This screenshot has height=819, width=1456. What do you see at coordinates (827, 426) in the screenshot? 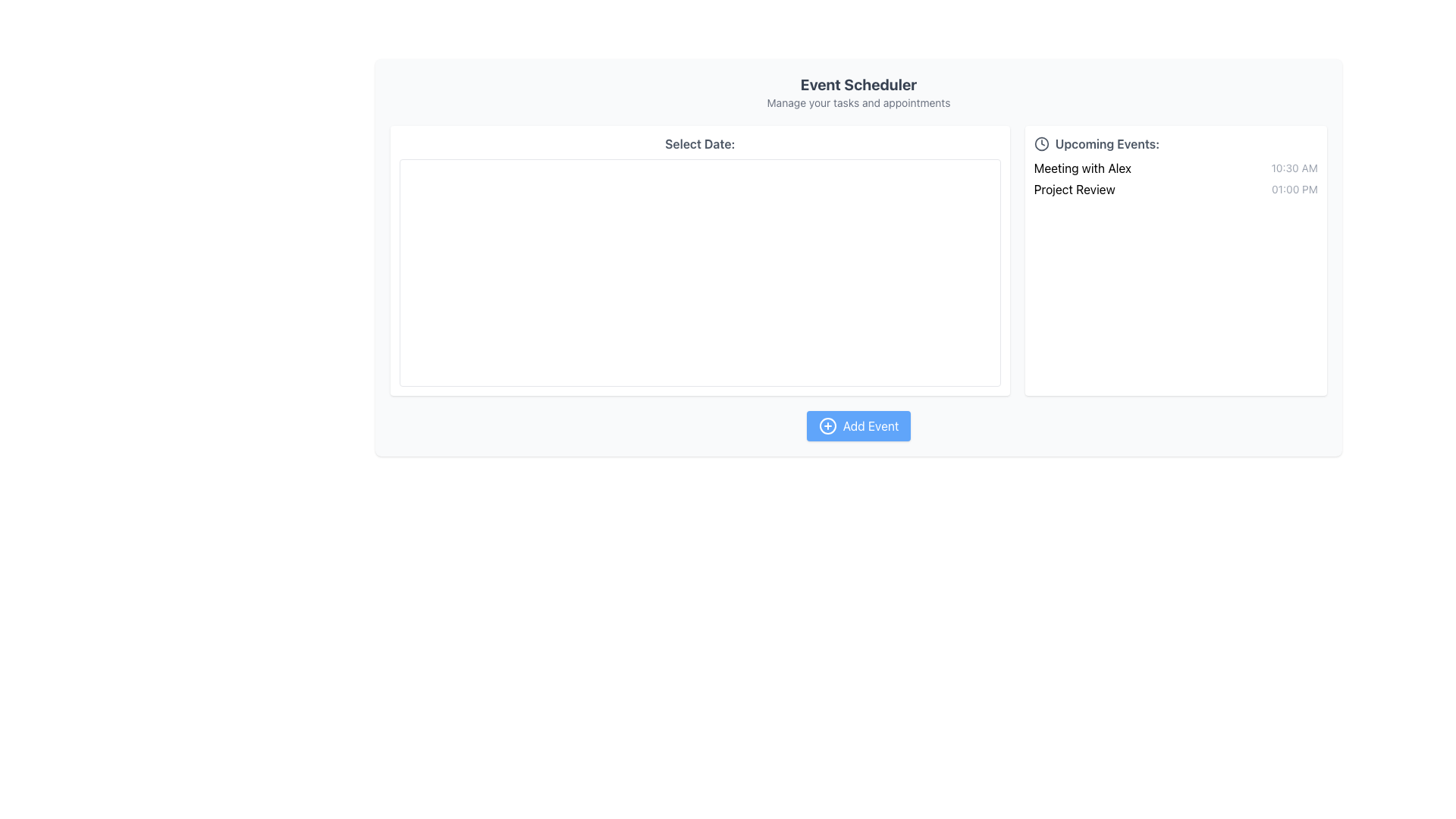
I see `the graphical icon (SVG circle) that serves as the outline of the 'add' action button labeled 'Add Event', located at the bottom of the application interface` at bounding box center [827, 426].